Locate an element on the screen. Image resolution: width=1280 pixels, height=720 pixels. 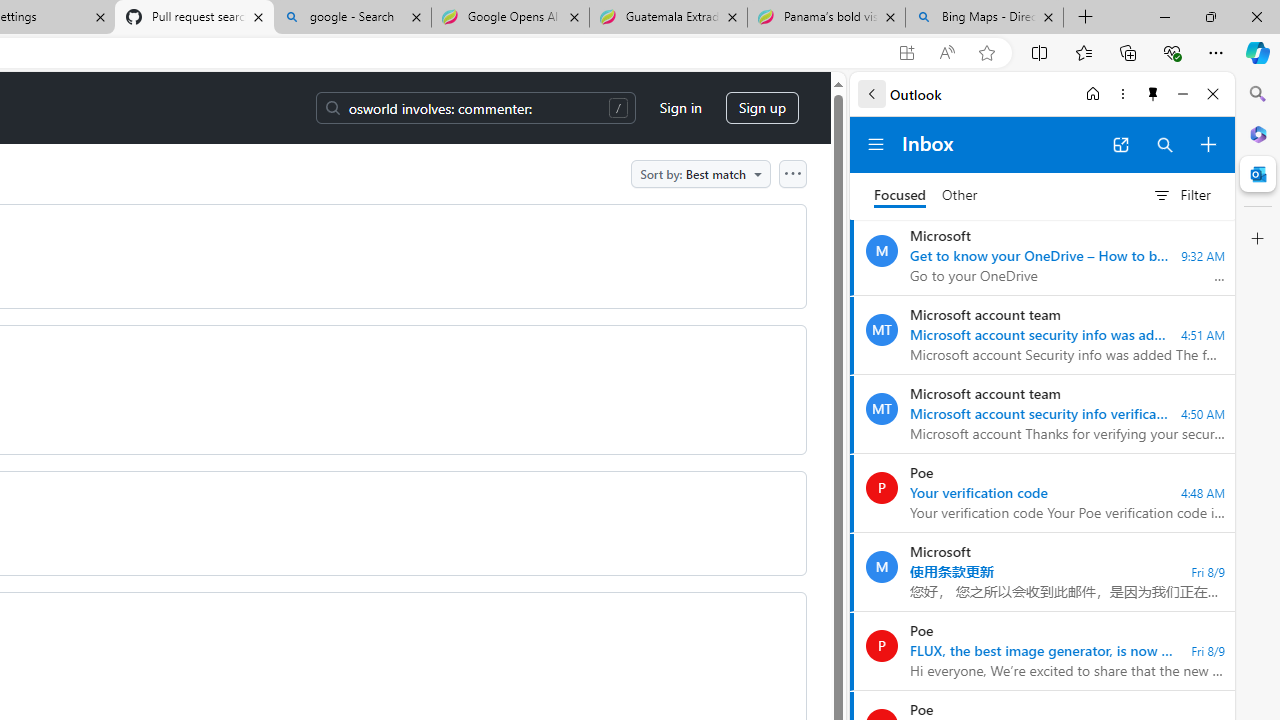
'Focused' is located at coordinates (899, 195).